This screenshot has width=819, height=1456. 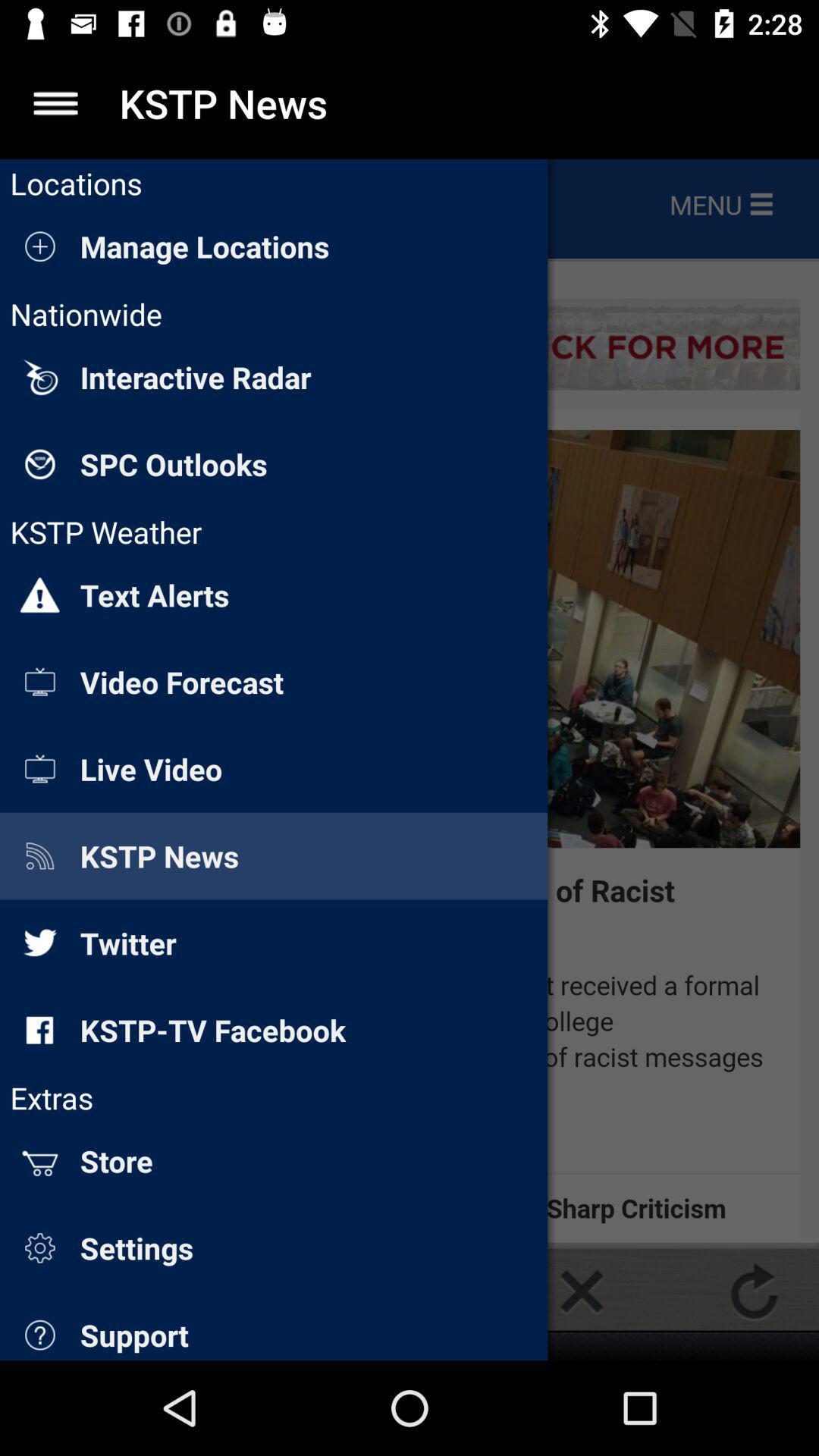 What do you see at coordinates (754, 1291) in the screenshot?
I see `the refresh icon` at bounding box center [754, 1291].